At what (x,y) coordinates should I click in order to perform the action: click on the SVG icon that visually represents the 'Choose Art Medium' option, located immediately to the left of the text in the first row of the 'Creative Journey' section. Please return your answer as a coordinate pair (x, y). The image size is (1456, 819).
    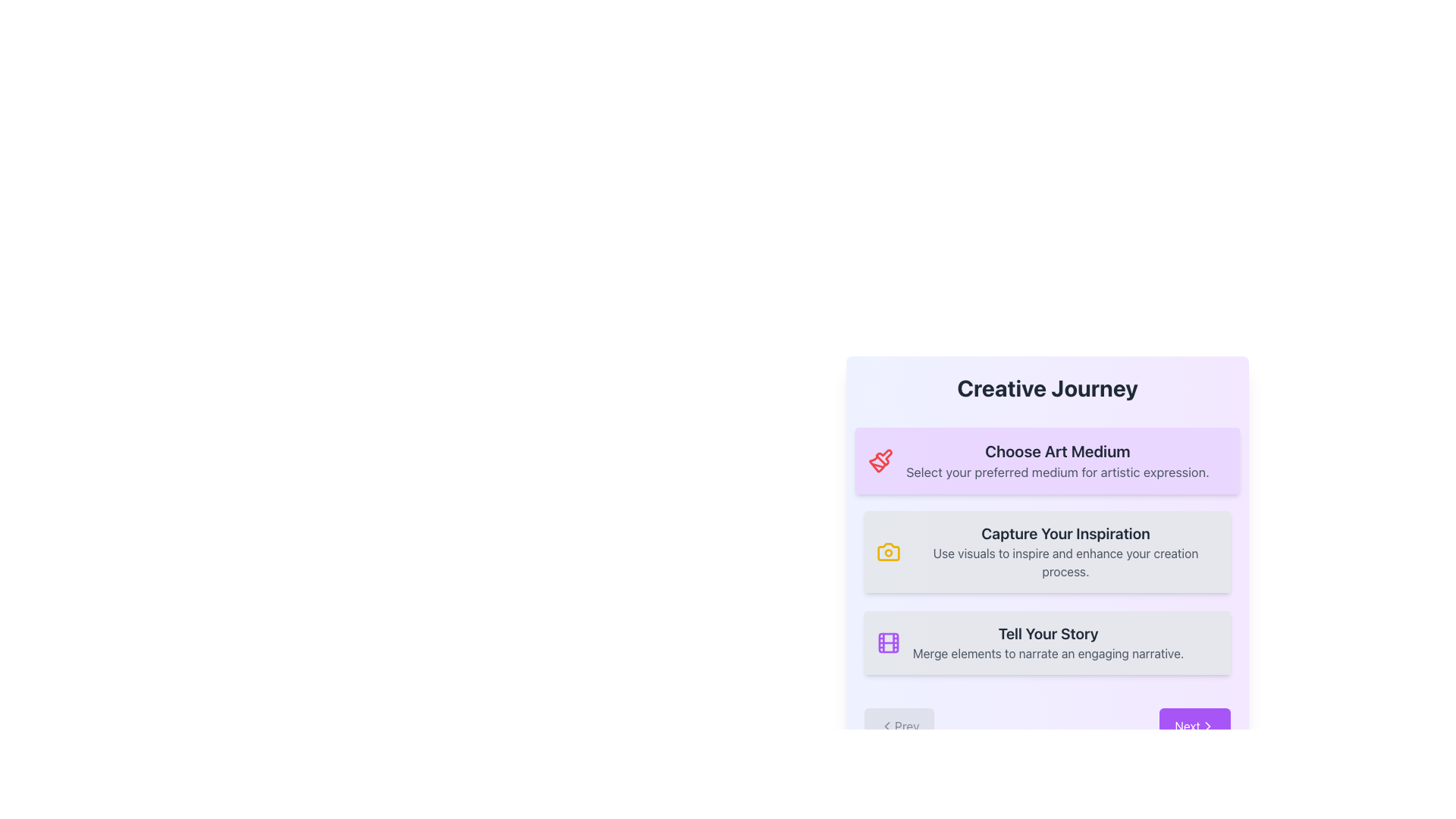
    Looking at the image, I should click on (883, 457).